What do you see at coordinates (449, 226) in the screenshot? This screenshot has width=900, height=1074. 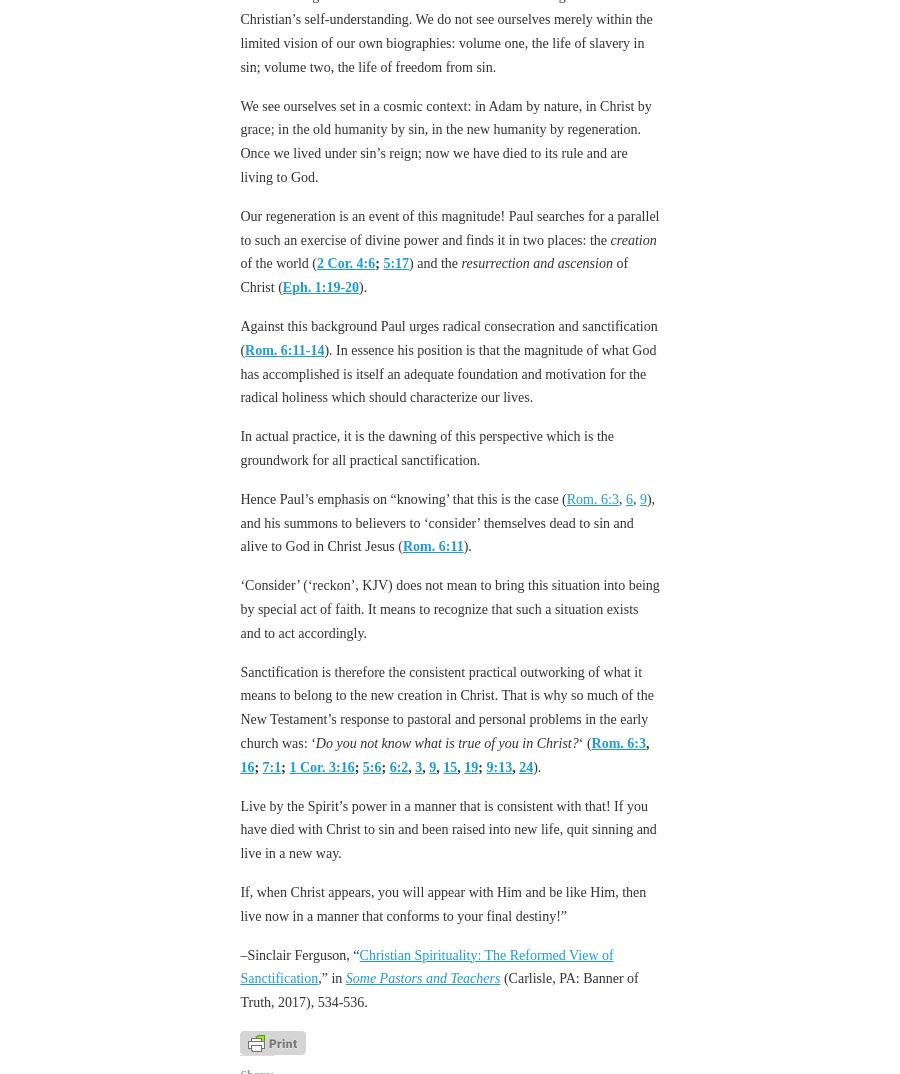 I see `'Our regeneration is an event of this magnitude! Paul searches for a parallel to such an exercise of divine power and finds it in two places: the'` at bounding box center [449, 226].